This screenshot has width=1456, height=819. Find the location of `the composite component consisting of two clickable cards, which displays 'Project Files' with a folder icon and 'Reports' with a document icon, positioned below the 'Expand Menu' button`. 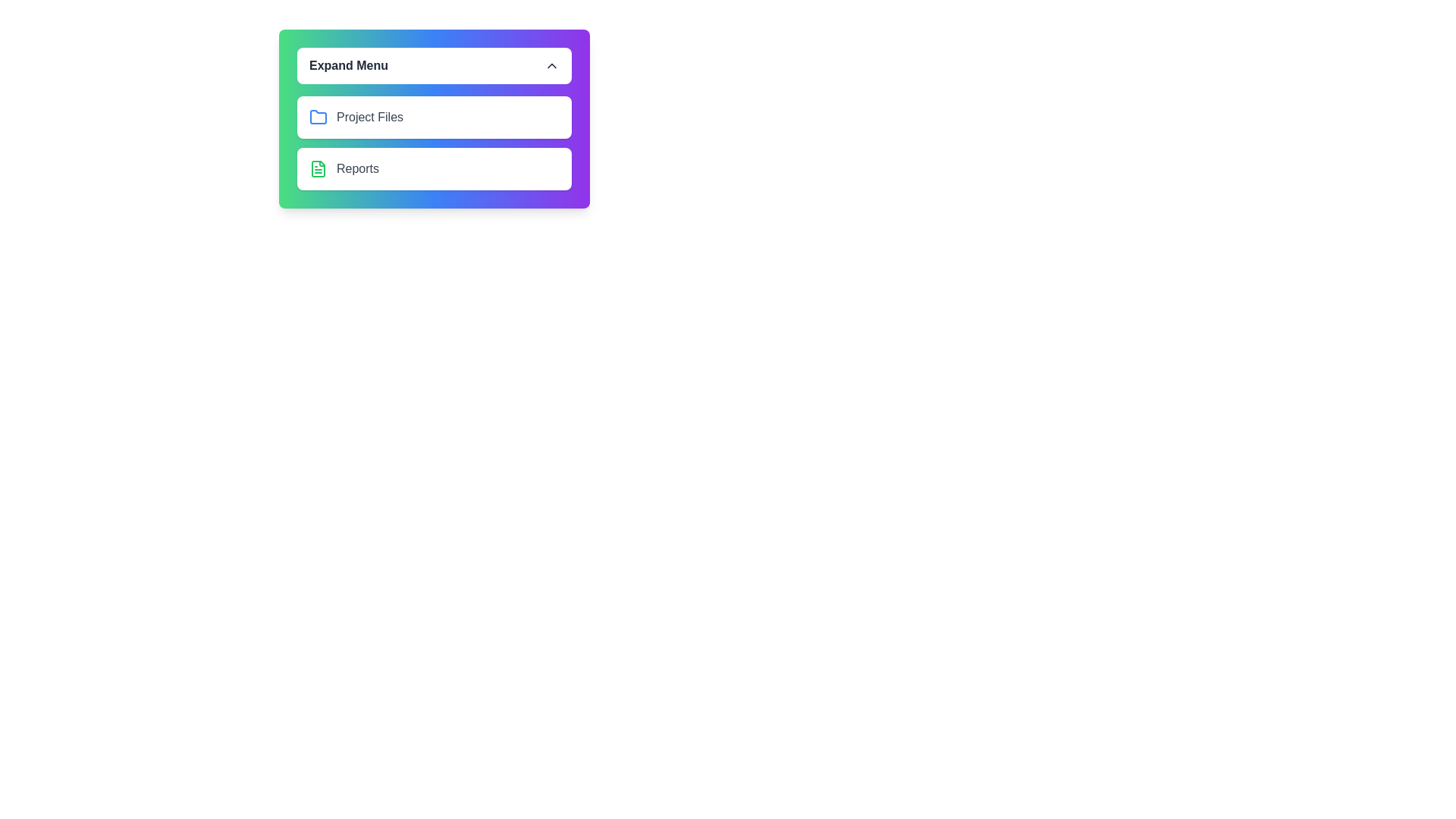

the composite component consisting of two clickable cards, which displays 'Project Files' with a folder icon and 'Reports' with a document icon, positioned below the 'Expand Menu' button is located at coordinates (433, 143).